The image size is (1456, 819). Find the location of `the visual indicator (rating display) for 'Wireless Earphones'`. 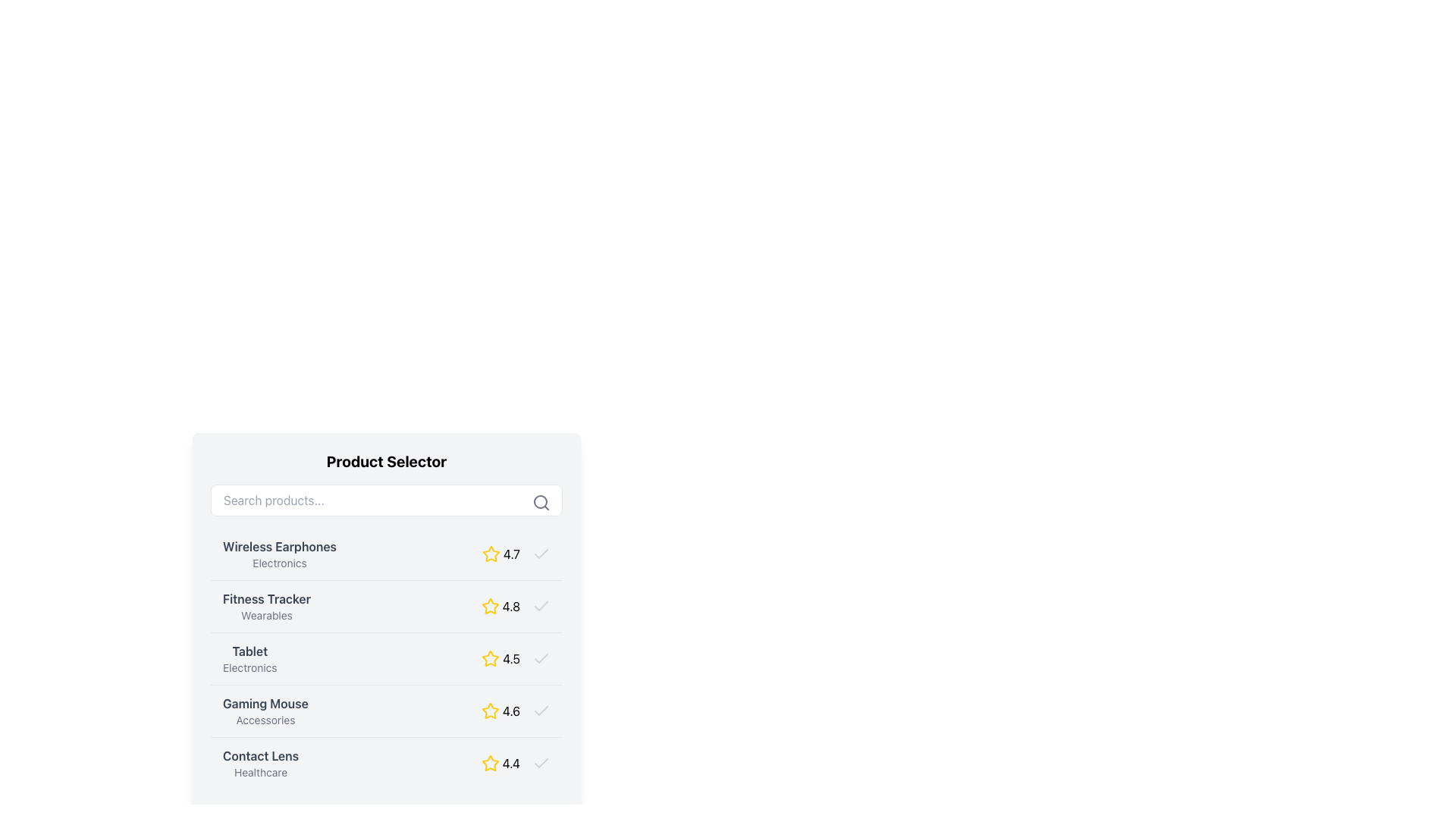

the visual indicator (rating display) for 'Wireless Earphones' is located at coordinates (516, 554).